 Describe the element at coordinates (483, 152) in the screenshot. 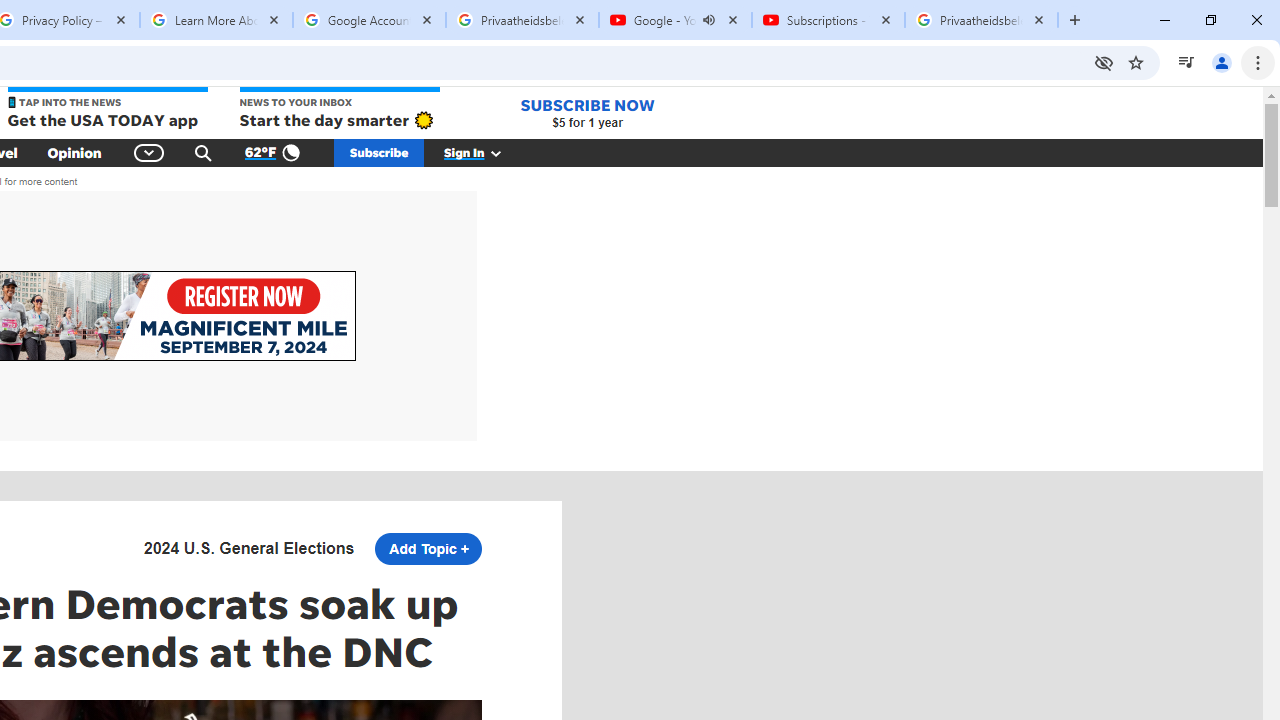

I see `'Sign In'` at that location.